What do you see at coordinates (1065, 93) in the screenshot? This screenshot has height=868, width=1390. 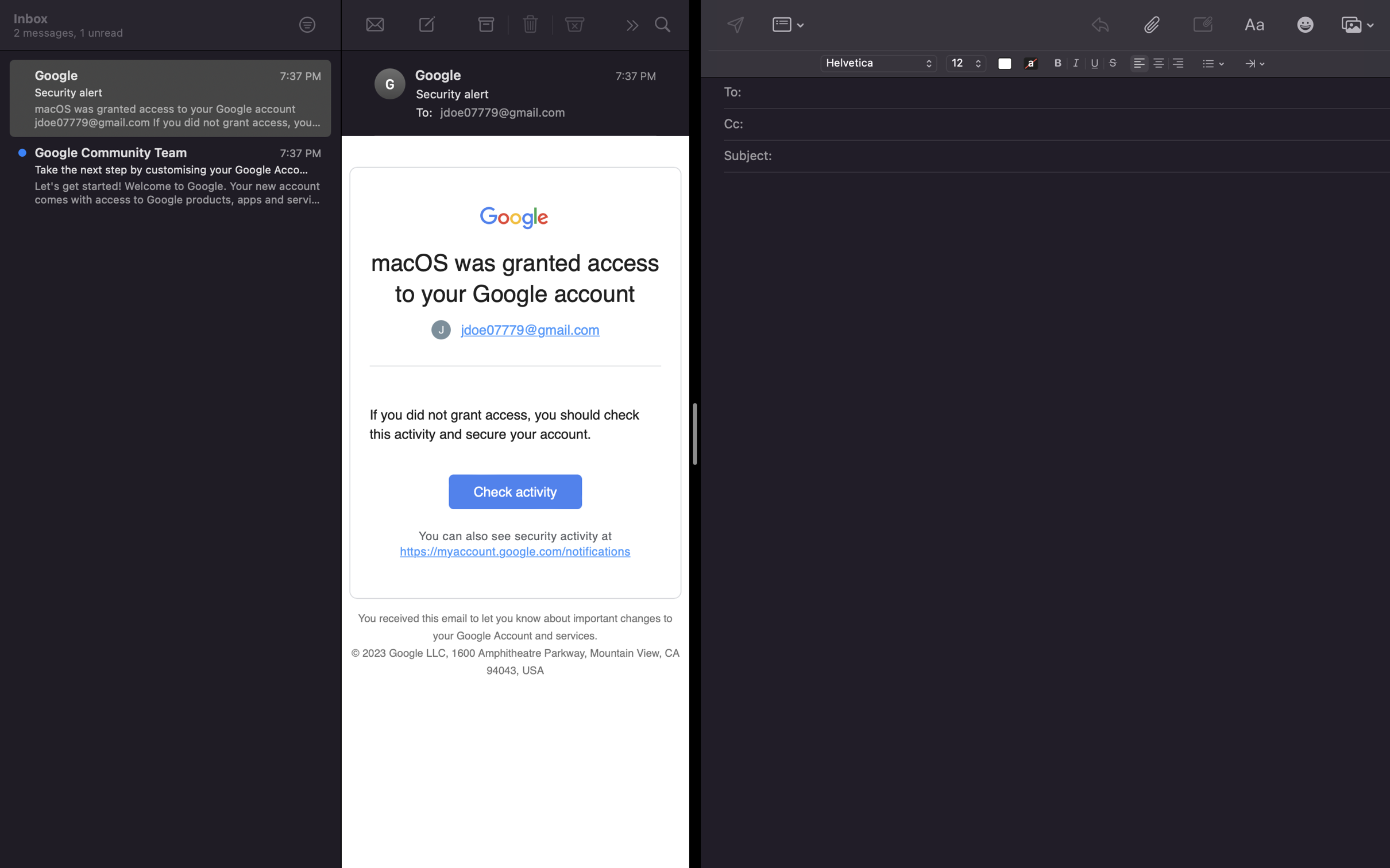 I see `Enter "lisa@gmail.com" in the recipient field of the email` at bounding box center [1065, 93].